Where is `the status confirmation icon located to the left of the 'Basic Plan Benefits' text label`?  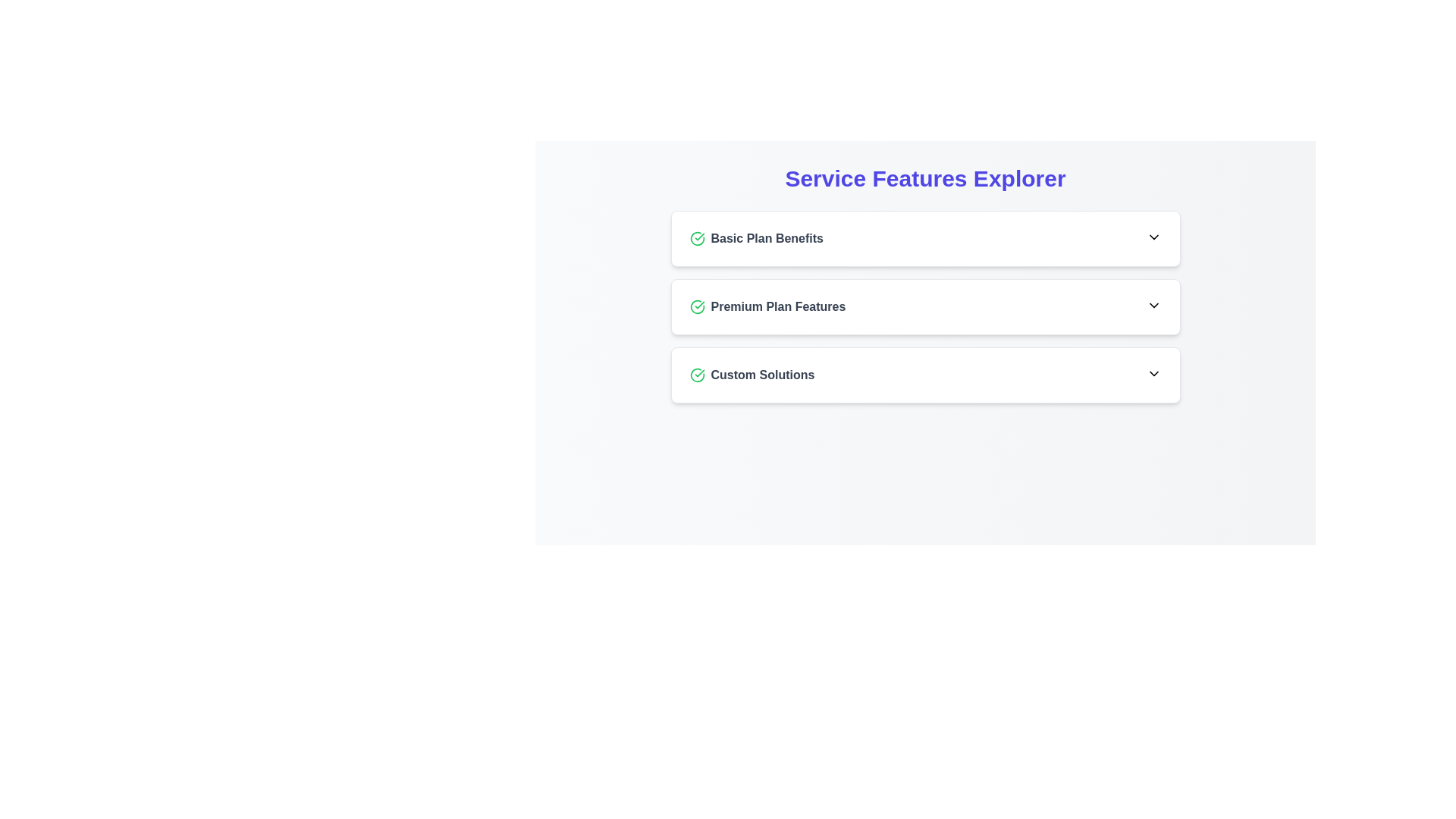 the status confirmation icon located to the left of the 'Basic Plan Benefits' text label is located at coordinates (696, 239).